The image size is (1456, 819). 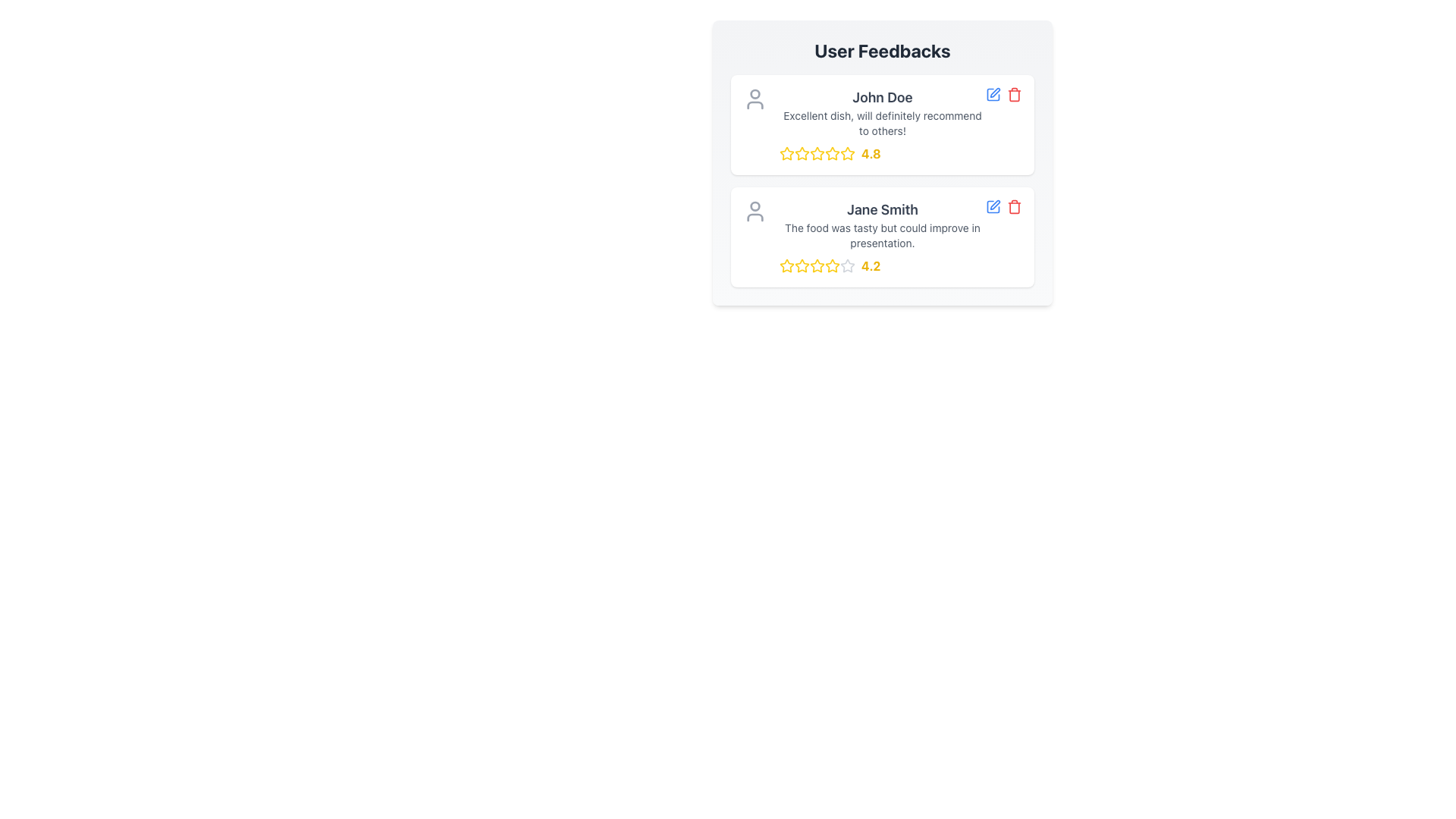 What do you see at coordinates (847, 265) in the screenshot?
I see `the fifth star-shaped icon with a gray interior in the rating system under the 'Jane Smith' review card` at bounding box center [847, 265].